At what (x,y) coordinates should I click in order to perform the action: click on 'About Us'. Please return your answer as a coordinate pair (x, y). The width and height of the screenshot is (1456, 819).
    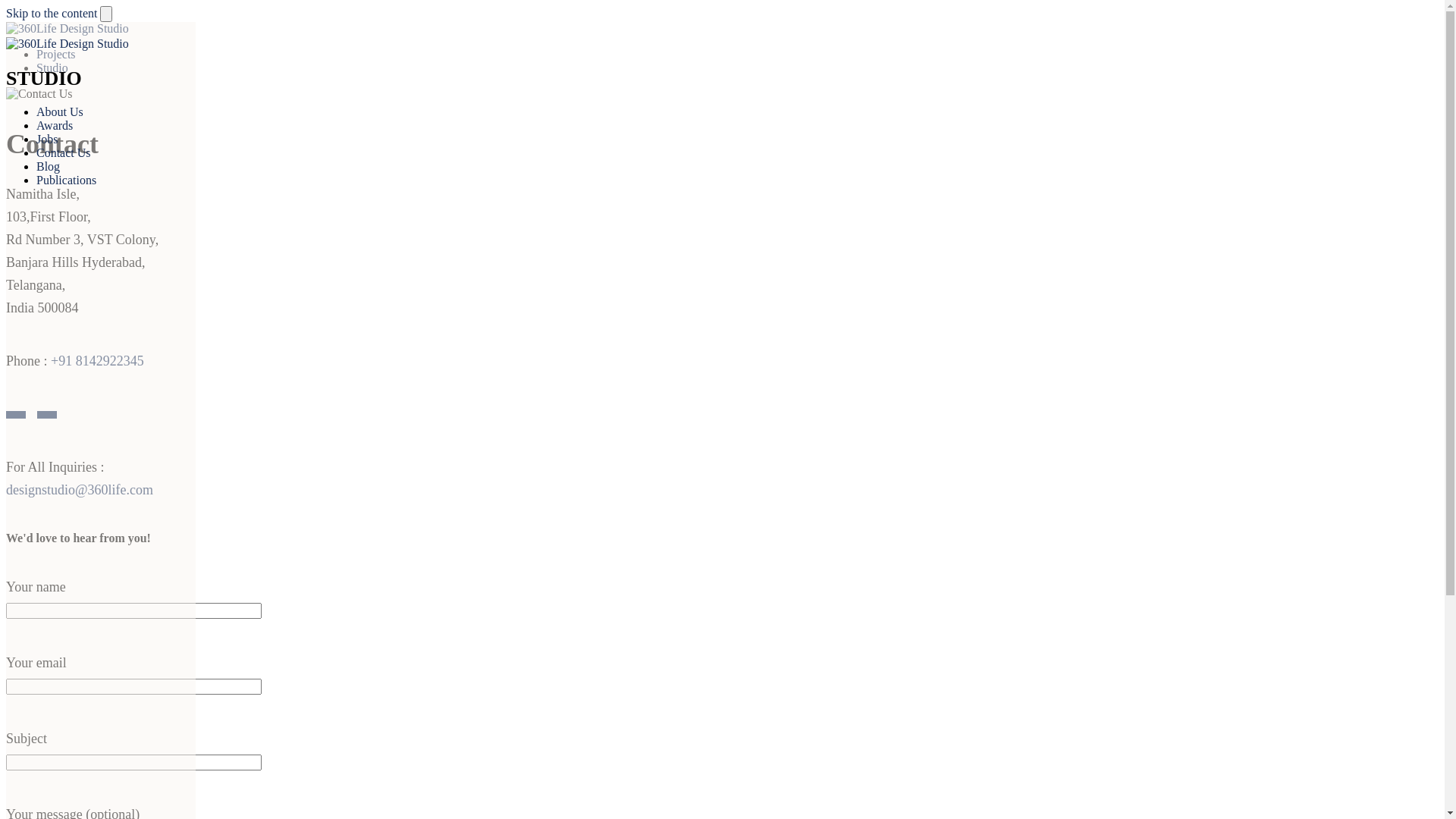
    Looking at the image, I should click on (36, 111).